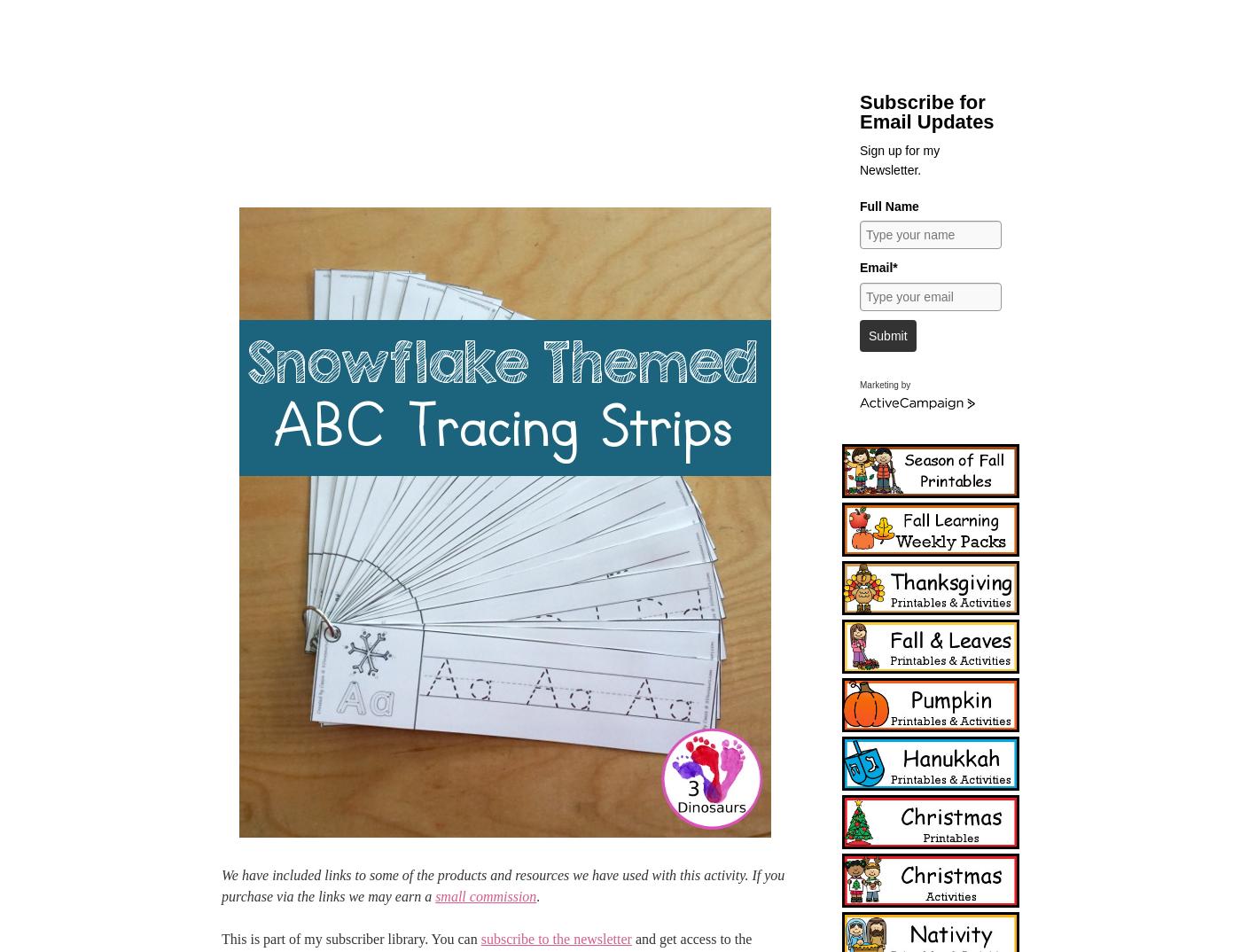  Describe the element at coordinates (503, 885) in the screenshot. I see `'We have included links to some of the products and resources we have used with this activity. If you purchase via the links we may earn a'` at that location.